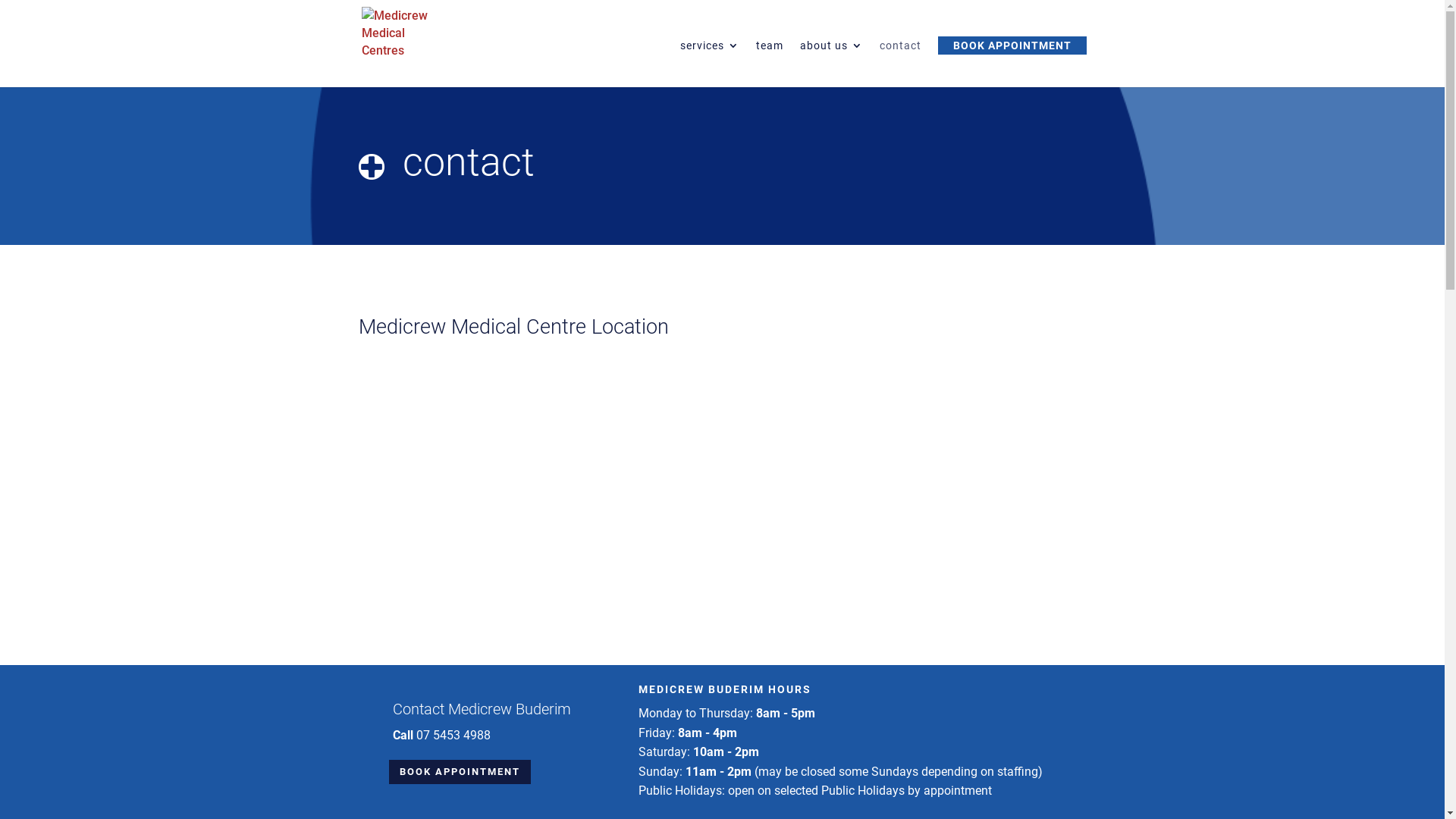  I want to click on 'contact', so click(880, 63).